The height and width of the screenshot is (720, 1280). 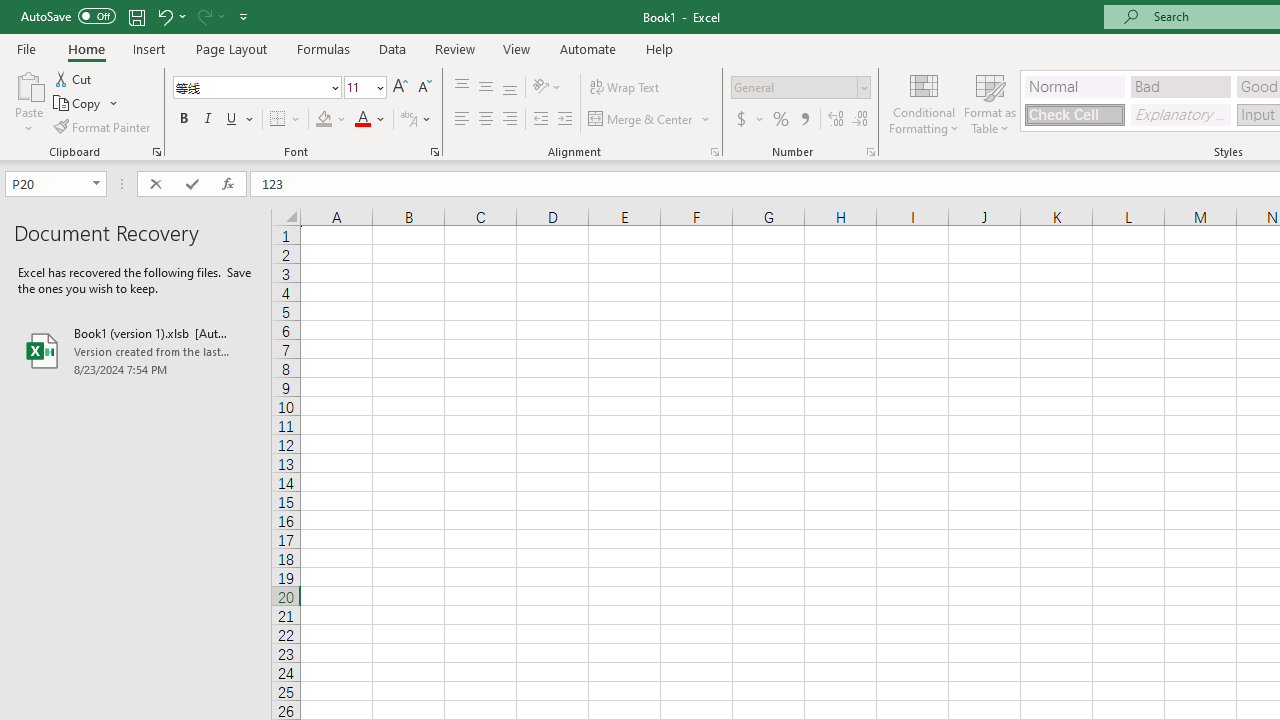 I want to click on 'Merge & Center', so click(x=650, y=119).